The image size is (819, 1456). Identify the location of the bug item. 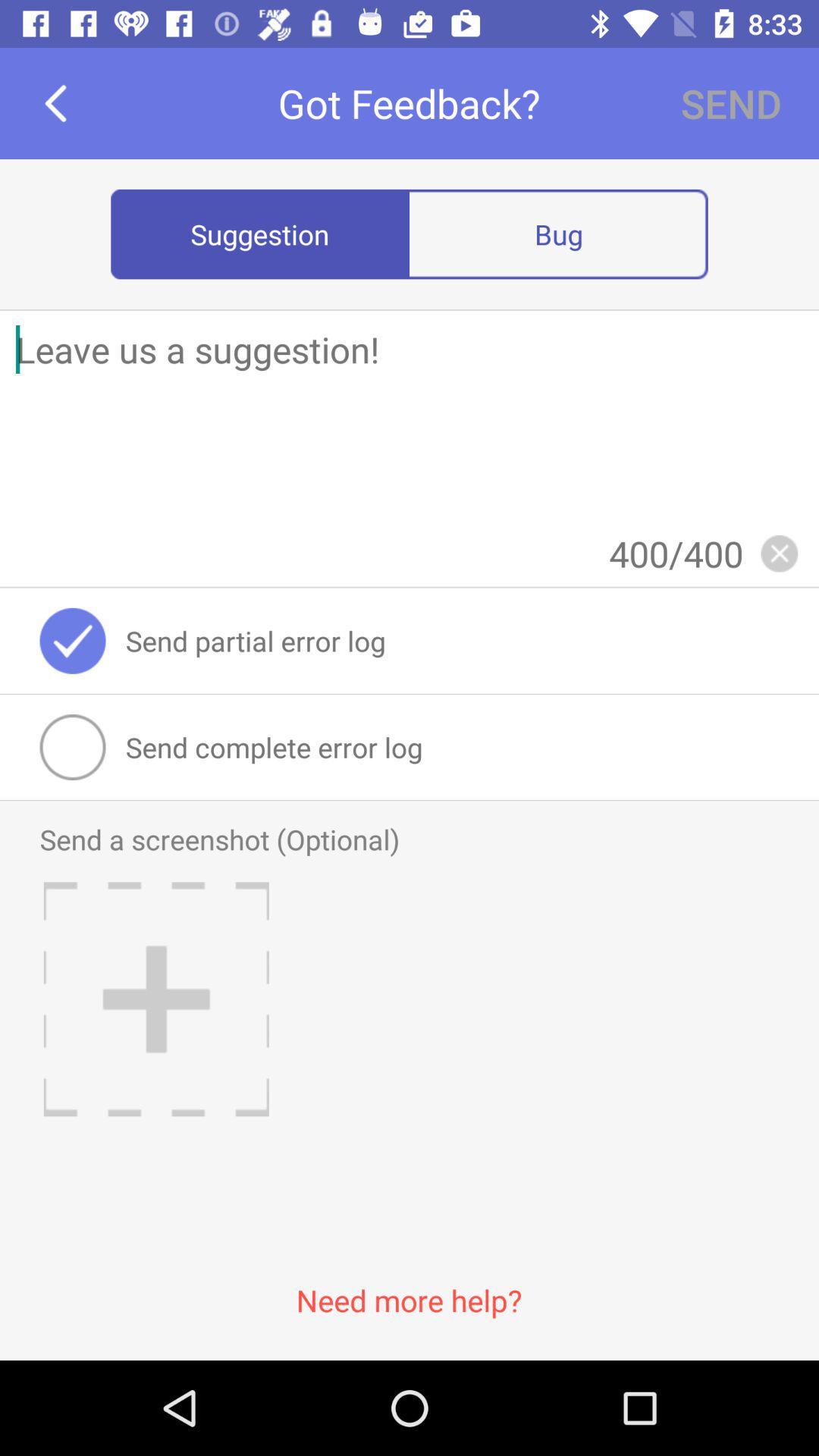
(558, 233).